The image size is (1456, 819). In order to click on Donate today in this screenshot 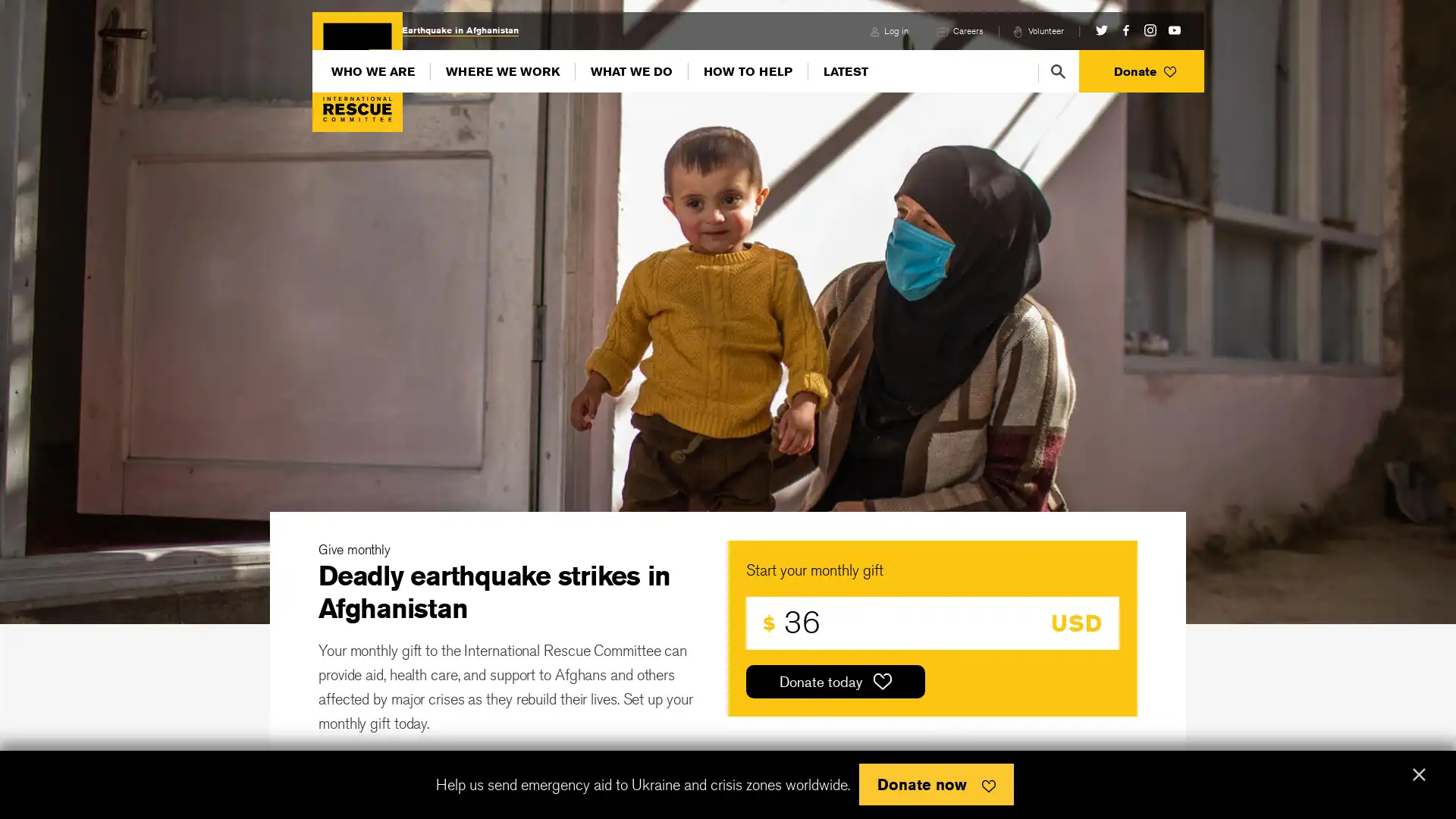, I will do `click(835, 680)`.